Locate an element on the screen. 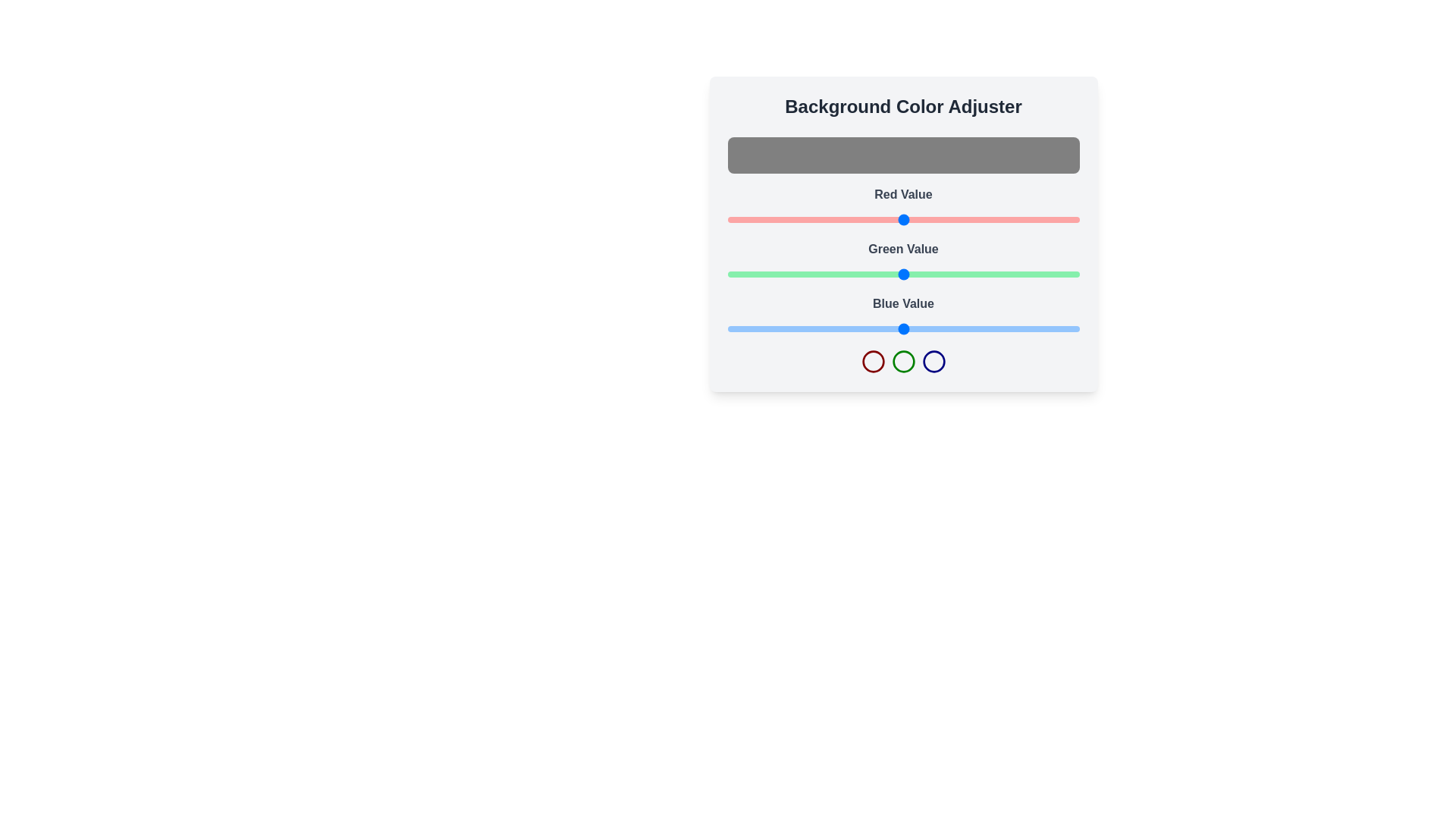  the blue slider to set the blue value to 131 is located at coordinates (908, 328).